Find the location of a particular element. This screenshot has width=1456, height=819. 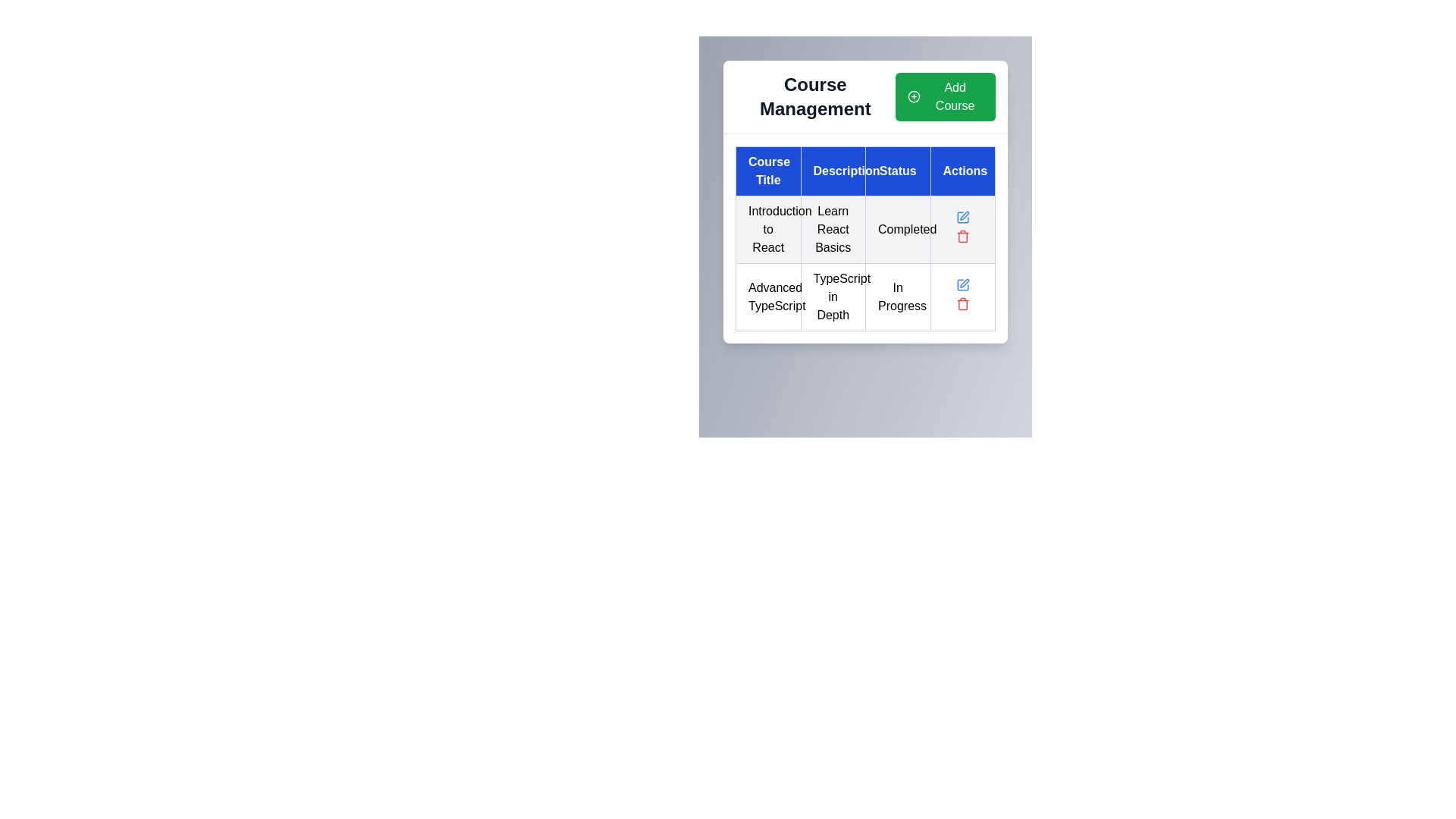

the text displayed in the 'Description' column for the course 'Learn React Basics', located in the second cell of the corresponding row is located at coordinates (832, 230).